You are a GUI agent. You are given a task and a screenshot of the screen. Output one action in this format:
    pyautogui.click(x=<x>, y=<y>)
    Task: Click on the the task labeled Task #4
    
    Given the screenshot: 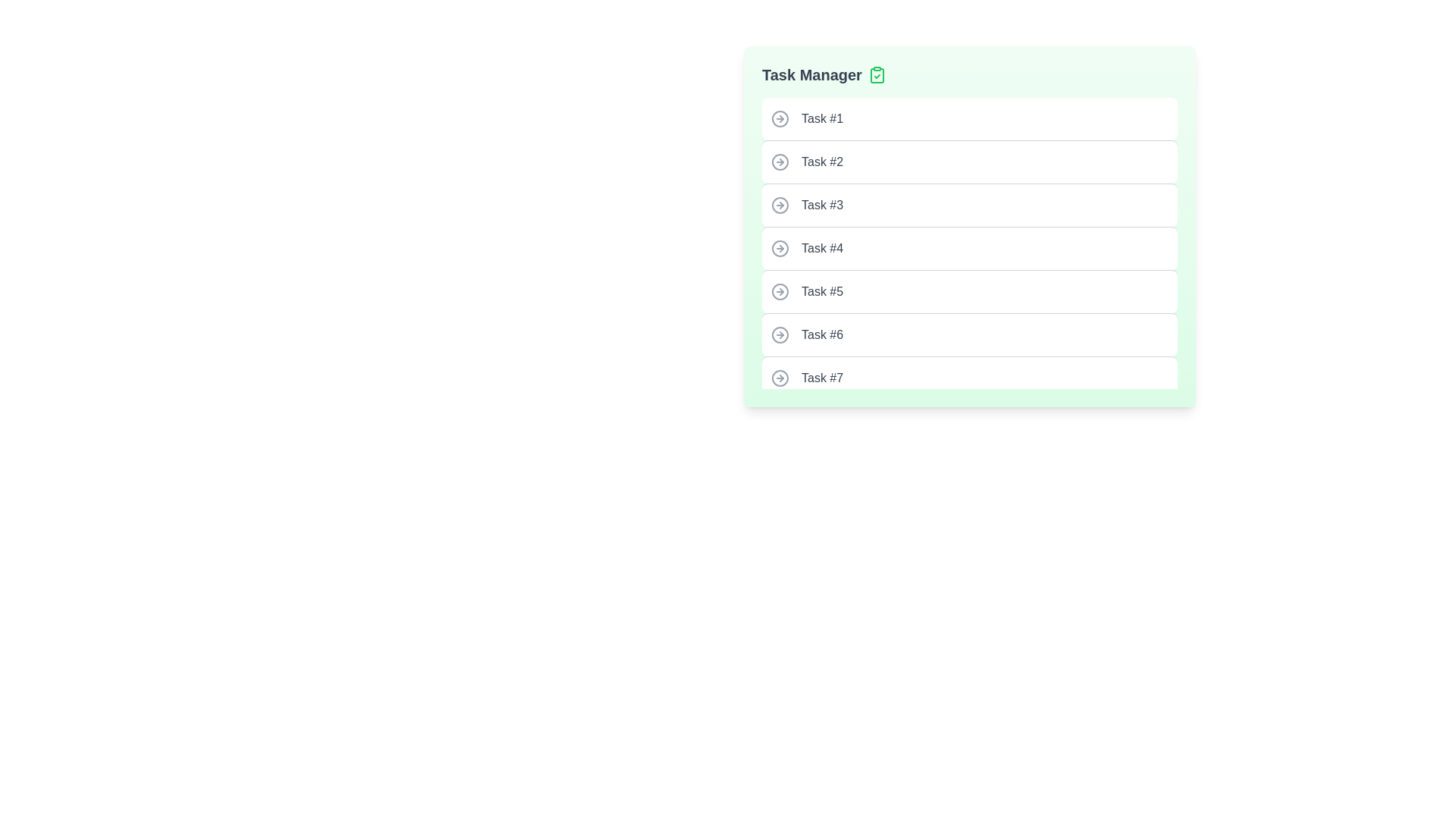 What is the action you would take?
    pyautogui.click(x=968, y=247)
    